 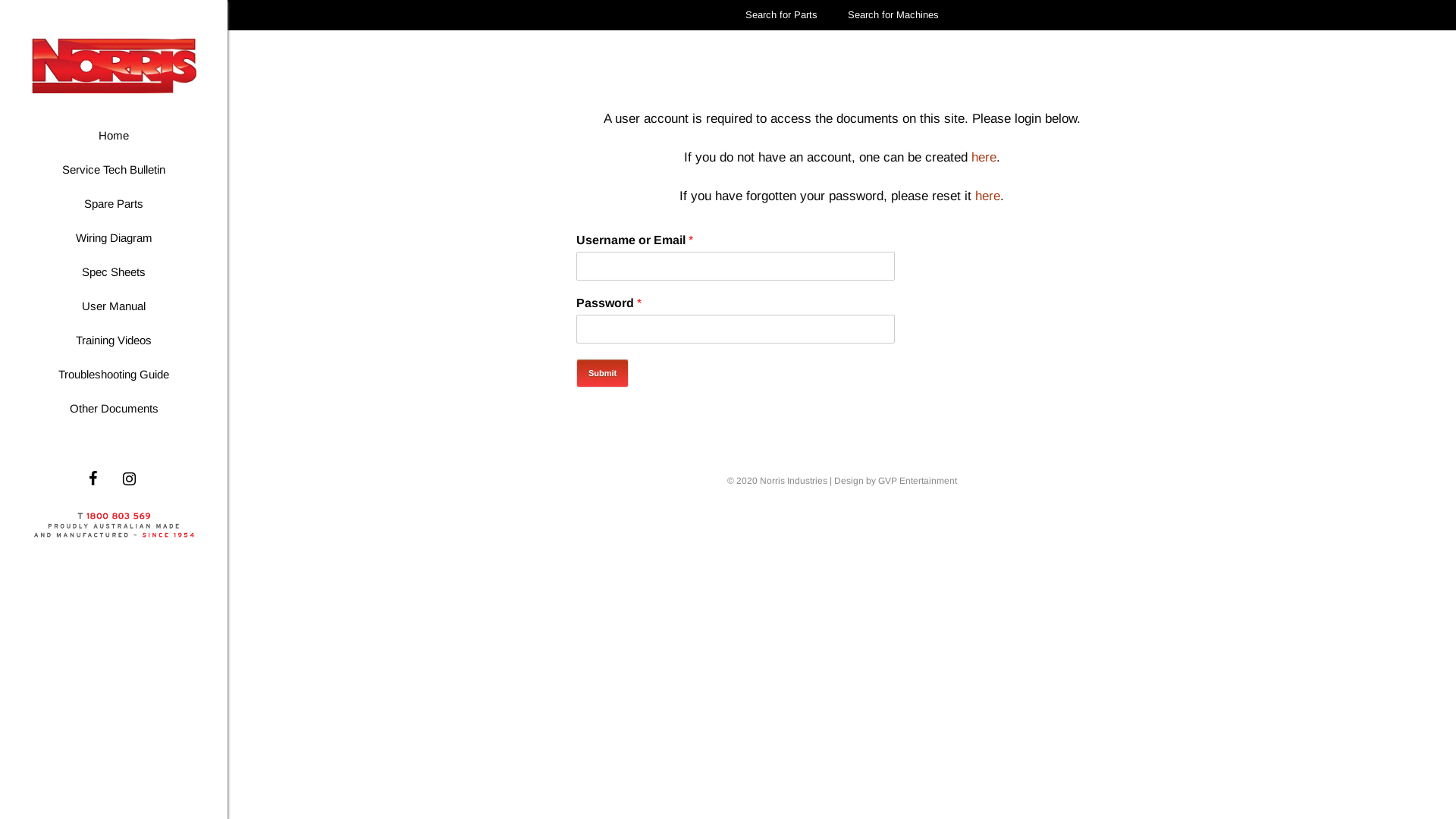 I want to click on 'Spec Sheets', so click(x=112, y=271).